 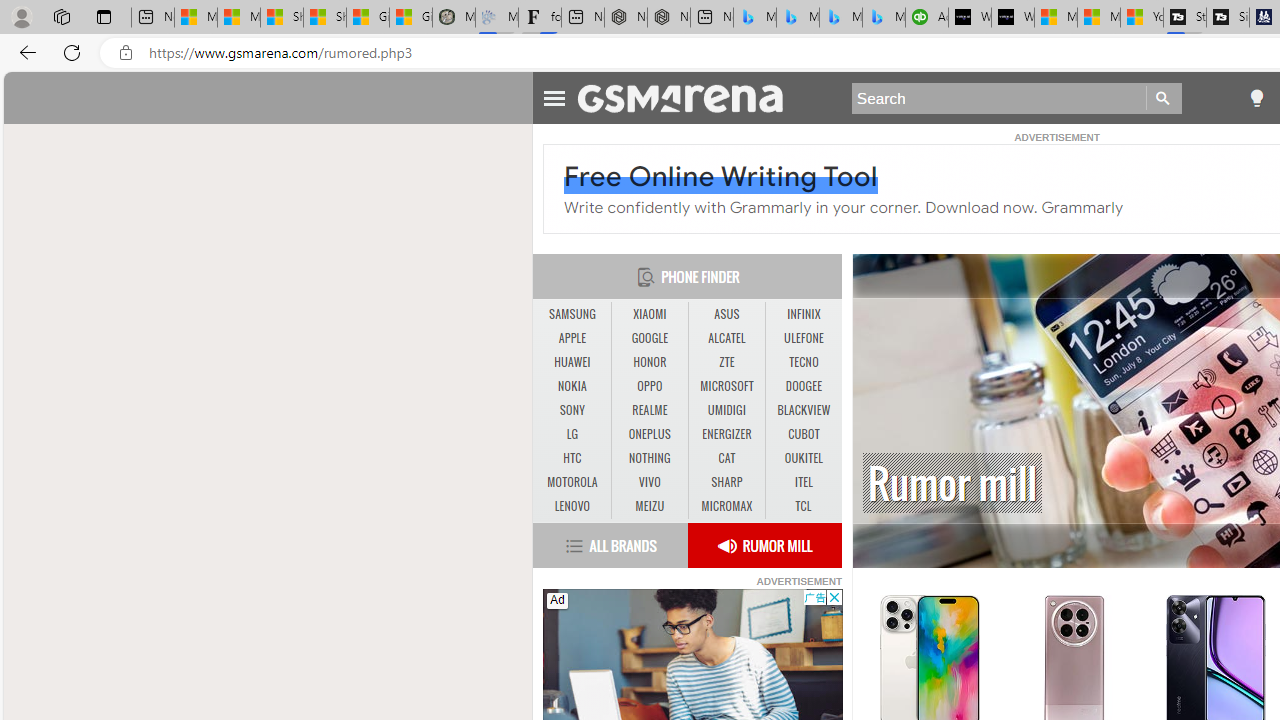 What do you see at coordinates (726, 409) in the screenshot?
I see `'UMIDIGI'` at bounding box center [726, 409].